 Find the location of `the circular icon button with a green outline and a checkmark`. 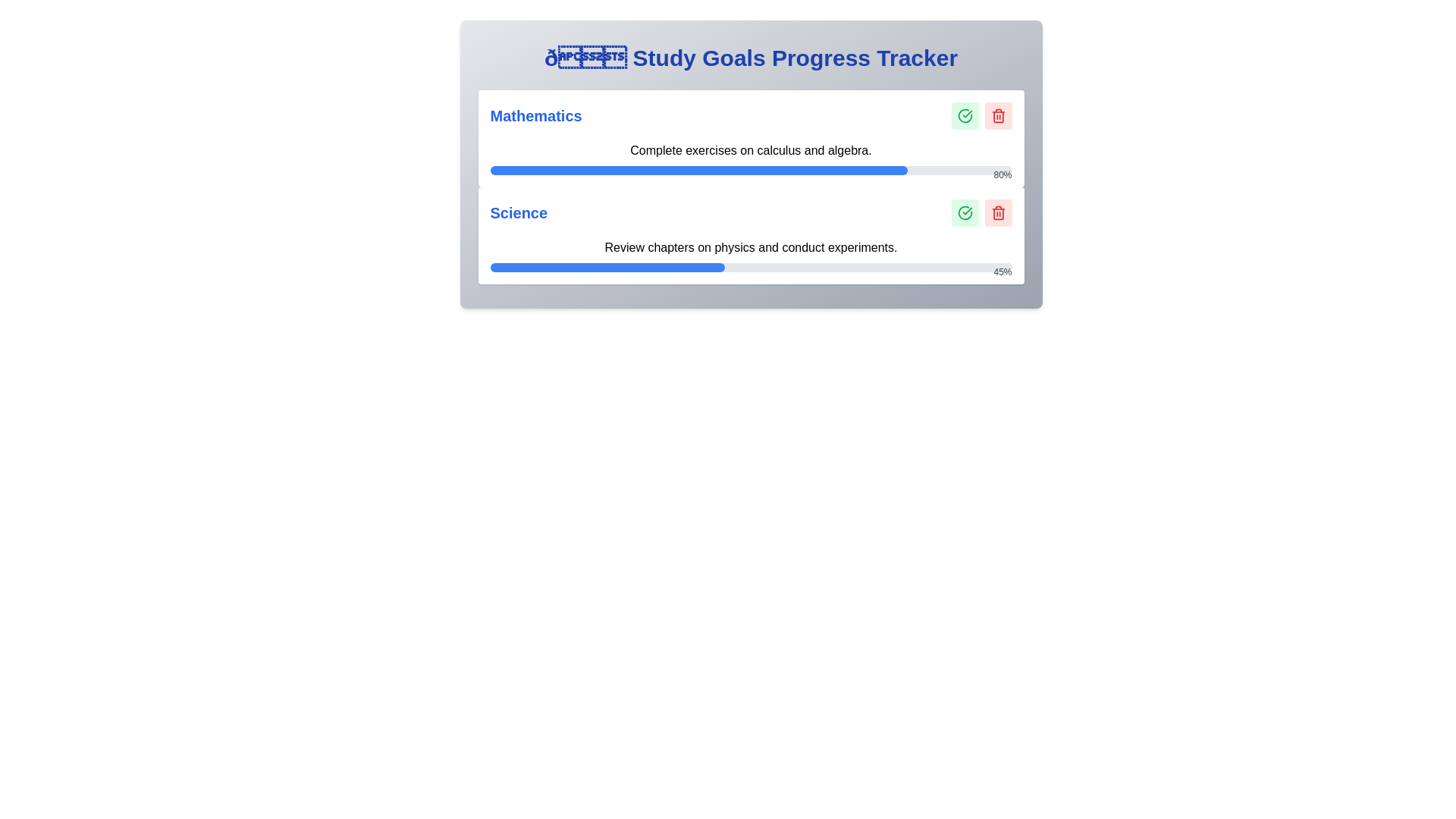

the circular icon button with a green outline and a checkmark is located at coordinates (964, 115).